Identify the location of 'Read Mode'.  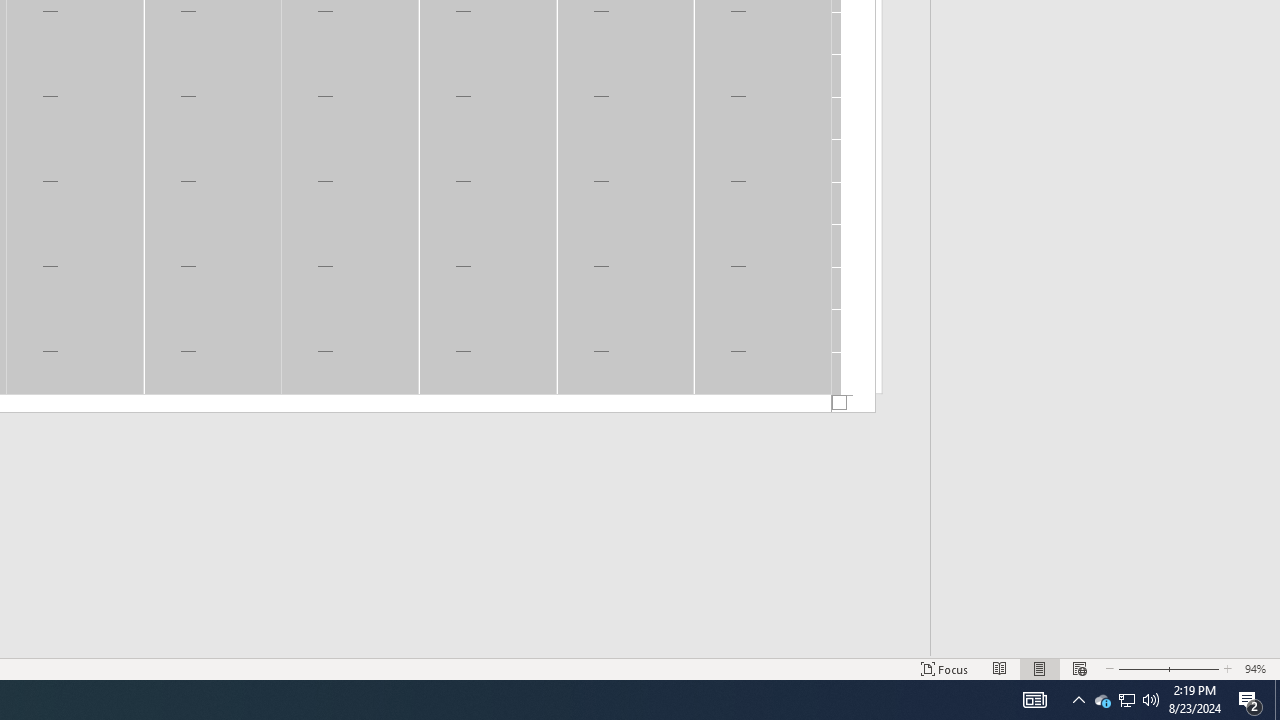
(1000, 669).